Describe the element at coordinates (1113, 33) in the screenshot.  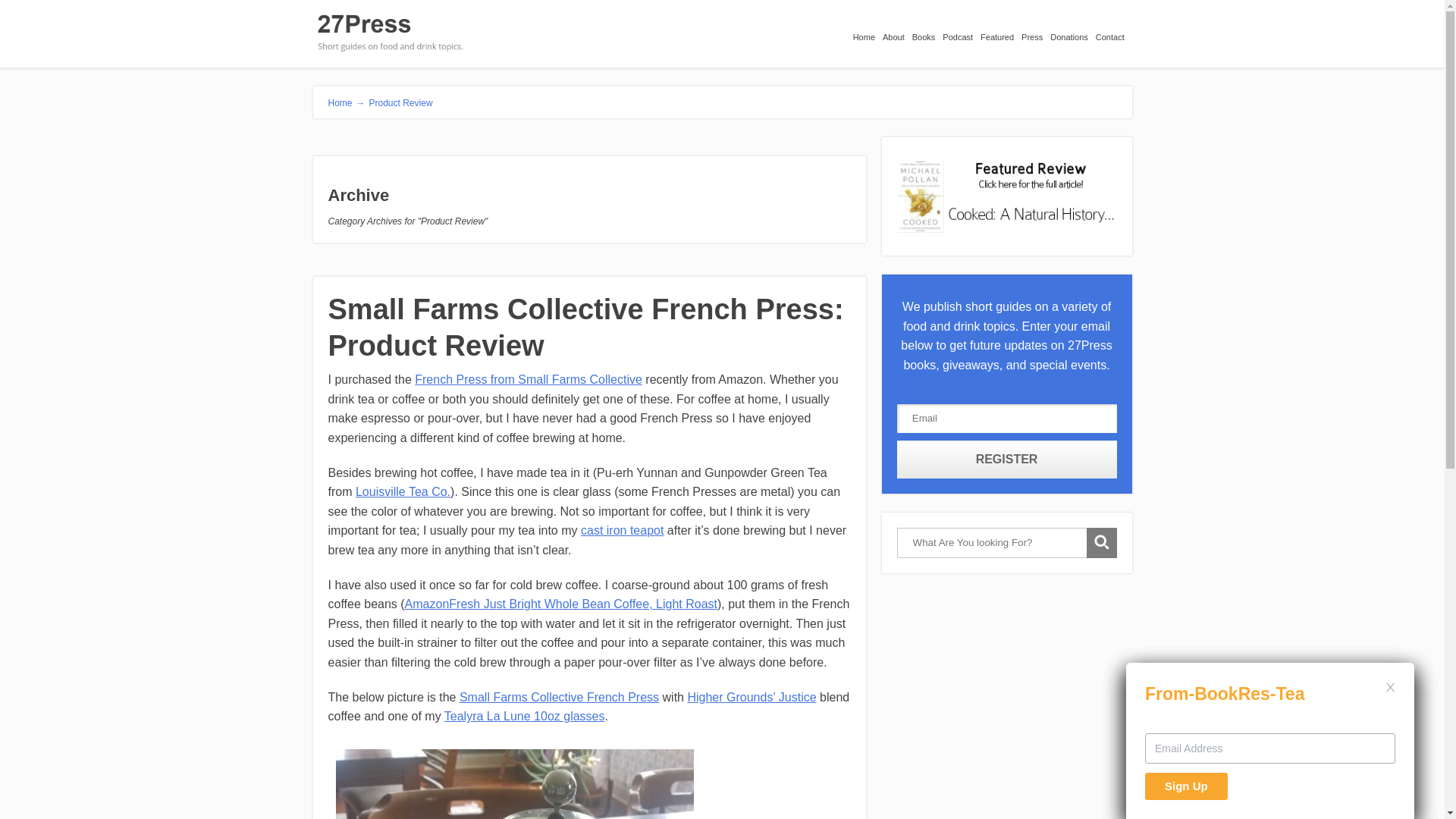
I see `'Contact'` at that location.